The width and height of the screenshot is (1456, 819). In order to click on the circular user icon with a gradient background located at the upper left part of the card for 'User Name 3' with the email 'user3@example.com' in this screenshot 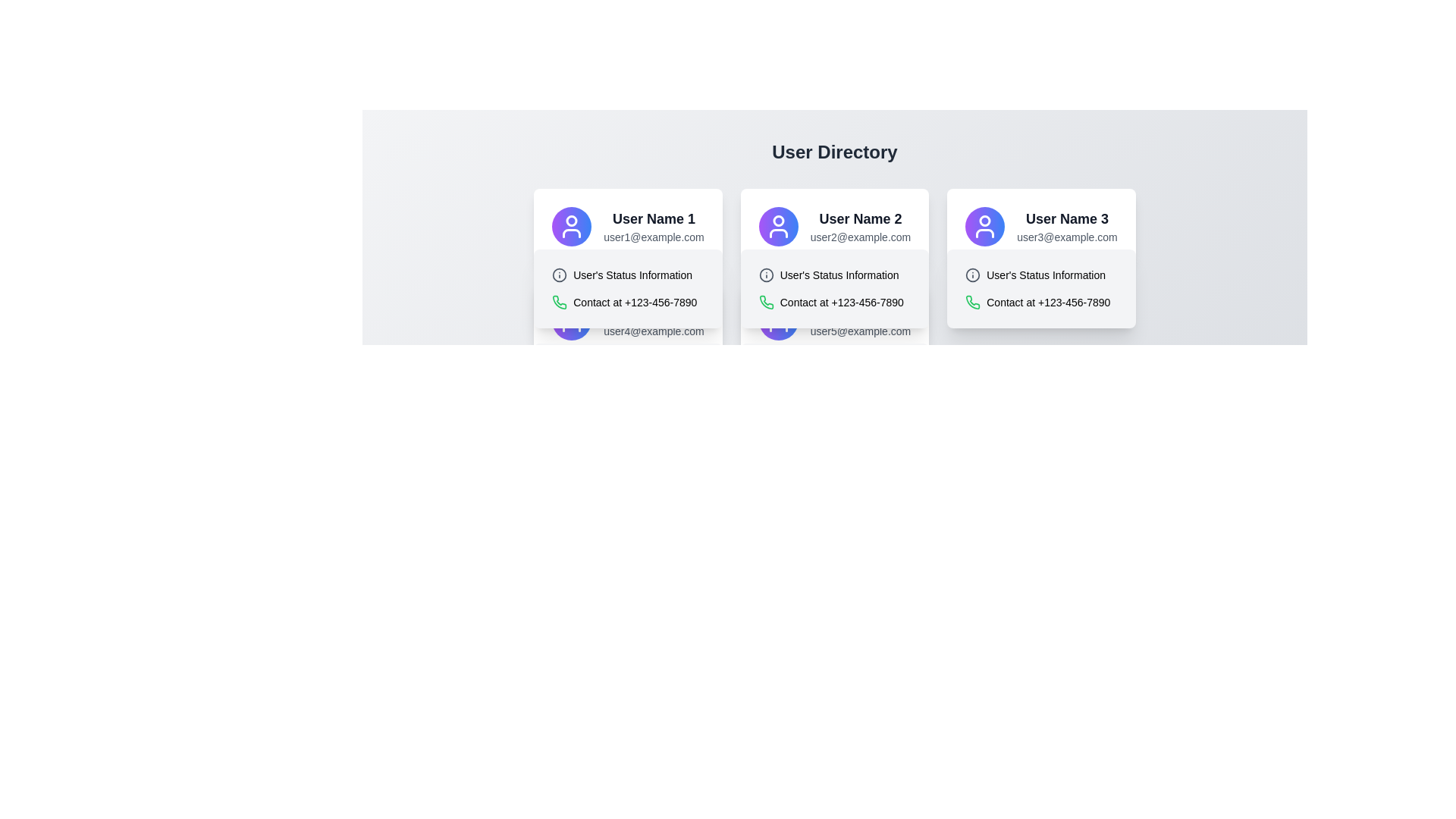, I will do `click(985, 227)`.